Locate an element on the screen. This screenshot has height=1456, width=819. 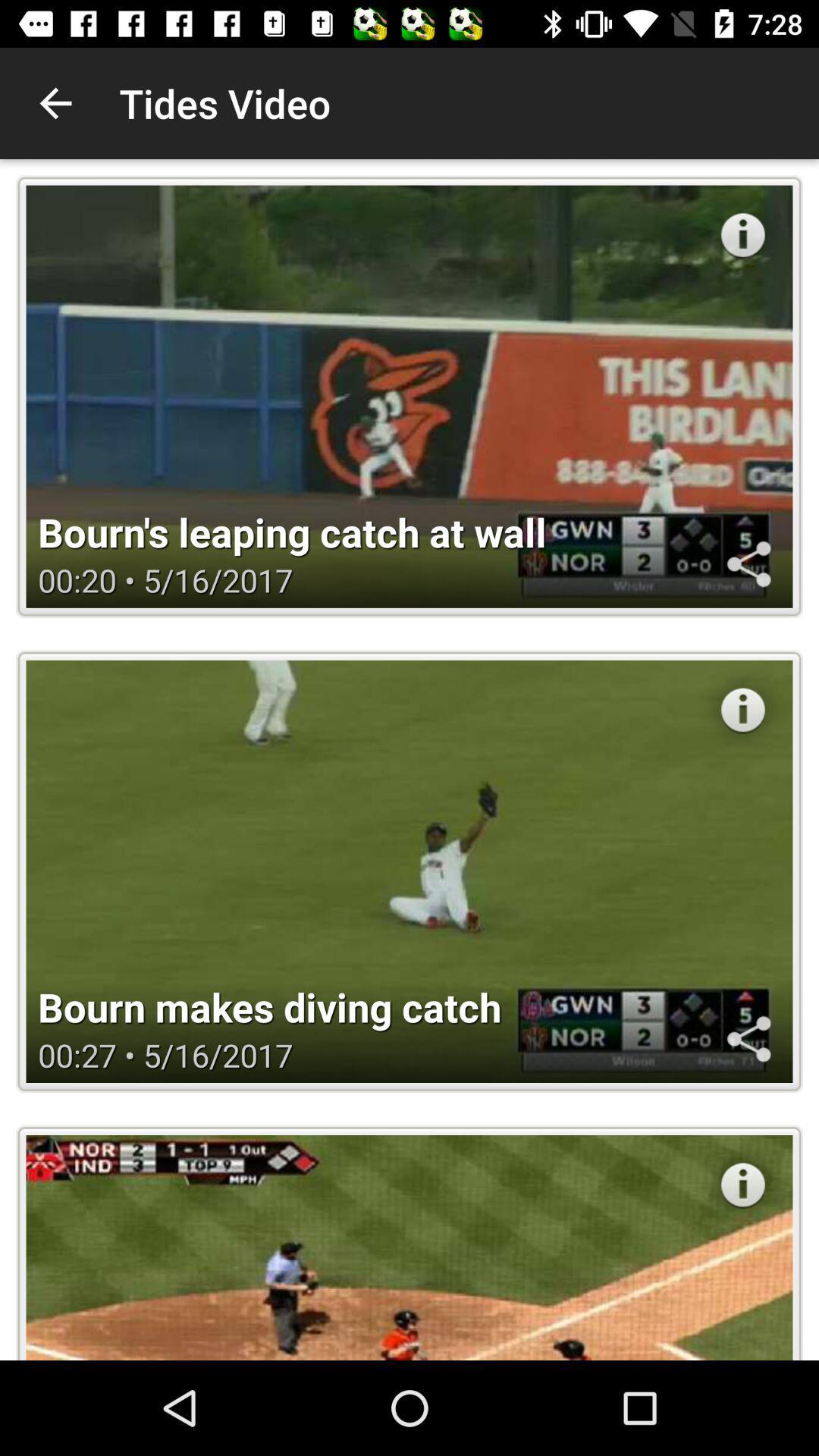
error sign is located at coordinates (742, 1184).